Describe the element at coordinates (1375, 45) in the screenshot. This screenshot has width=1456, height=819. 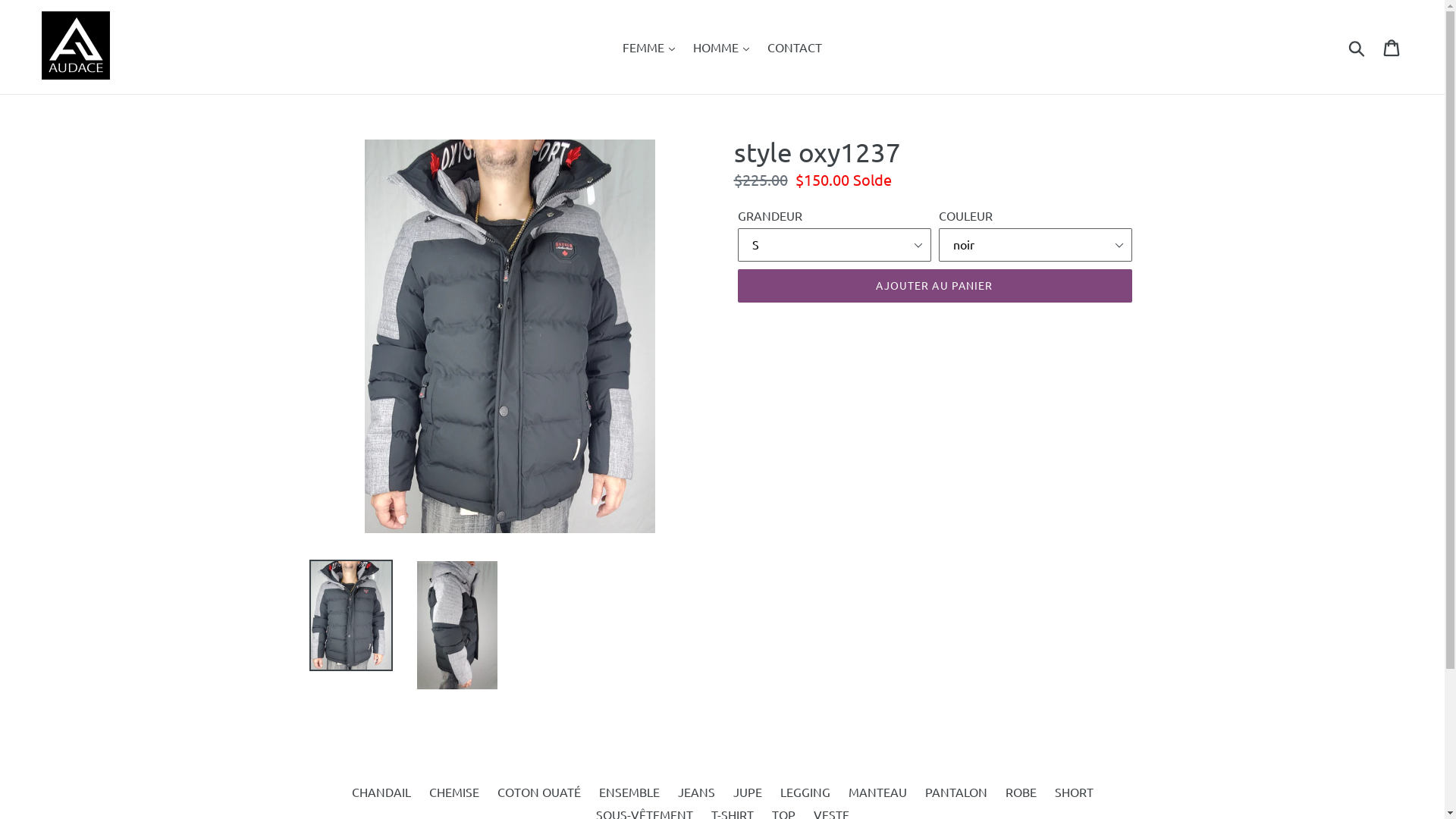
I see `'Panier'` at that location.